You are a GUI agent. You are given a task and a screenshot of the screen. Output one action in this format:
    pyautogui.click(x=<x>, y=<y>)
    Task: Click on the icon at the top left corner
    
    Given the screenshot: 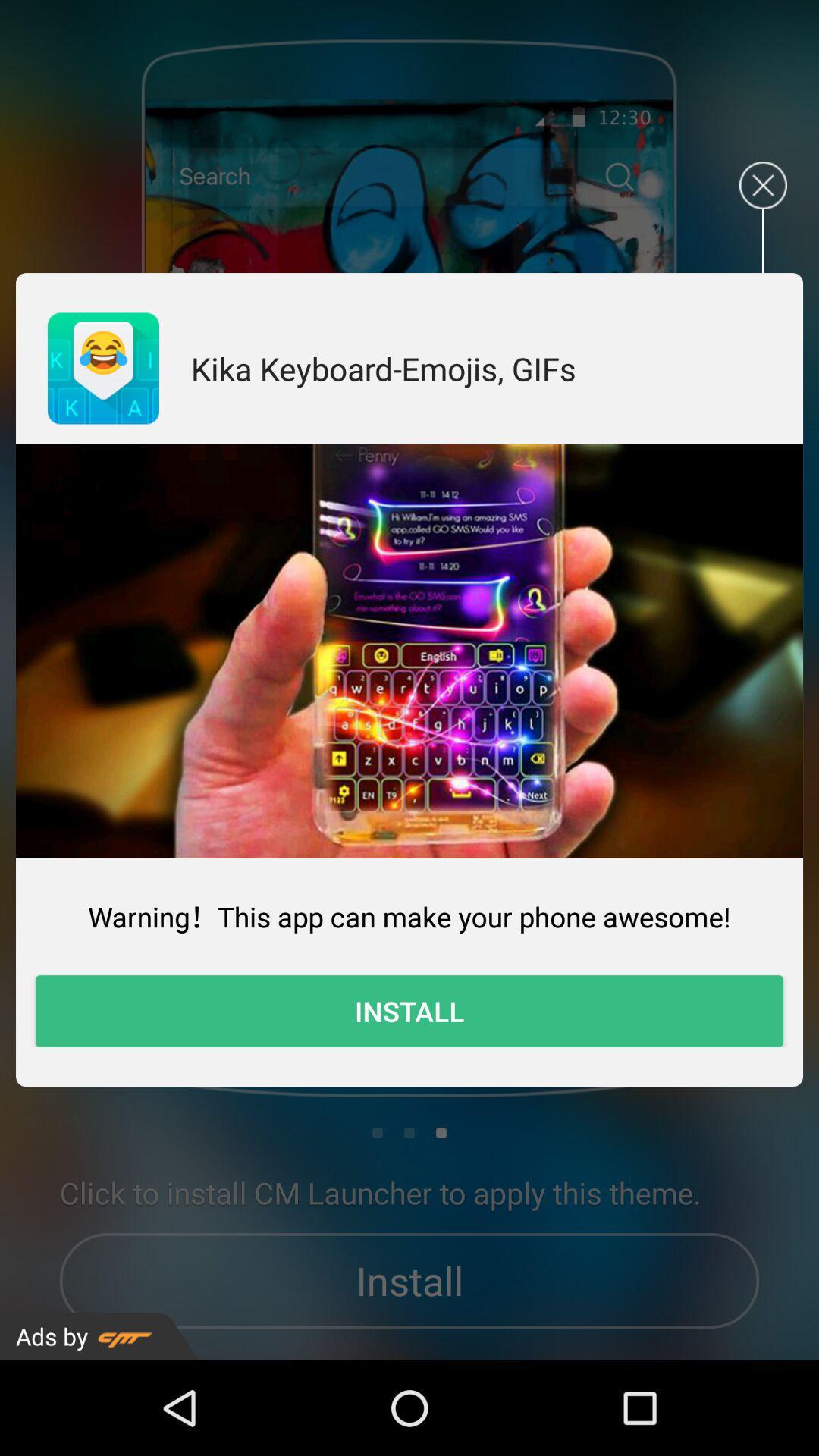 What is the action you would take?
    pyautogui.click(x=102, y=368)
    